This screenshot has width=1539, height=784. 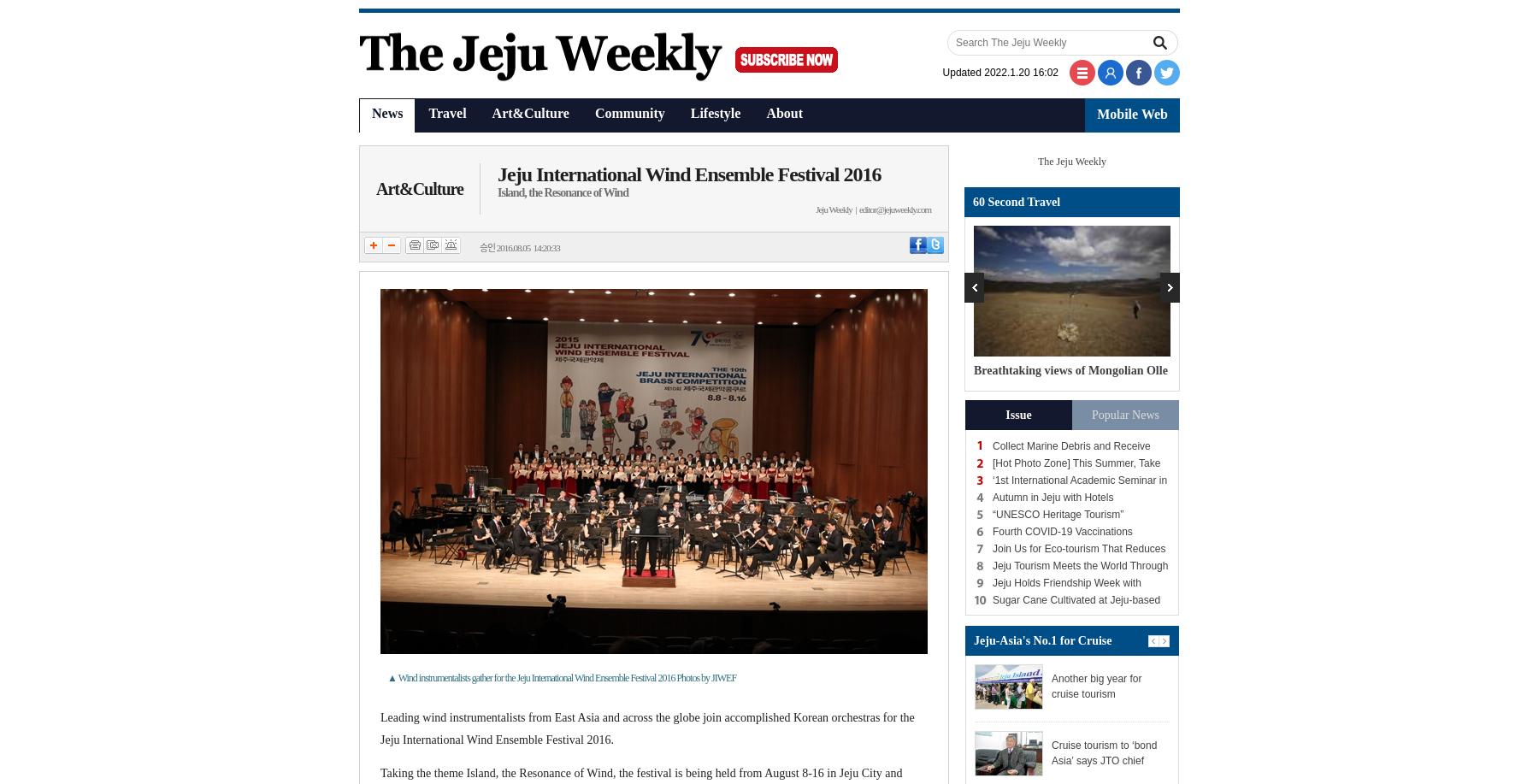 What do you see at coordinates (783, 113) in the screenshot?
I see `'About'` at bounding box center [783, 113].